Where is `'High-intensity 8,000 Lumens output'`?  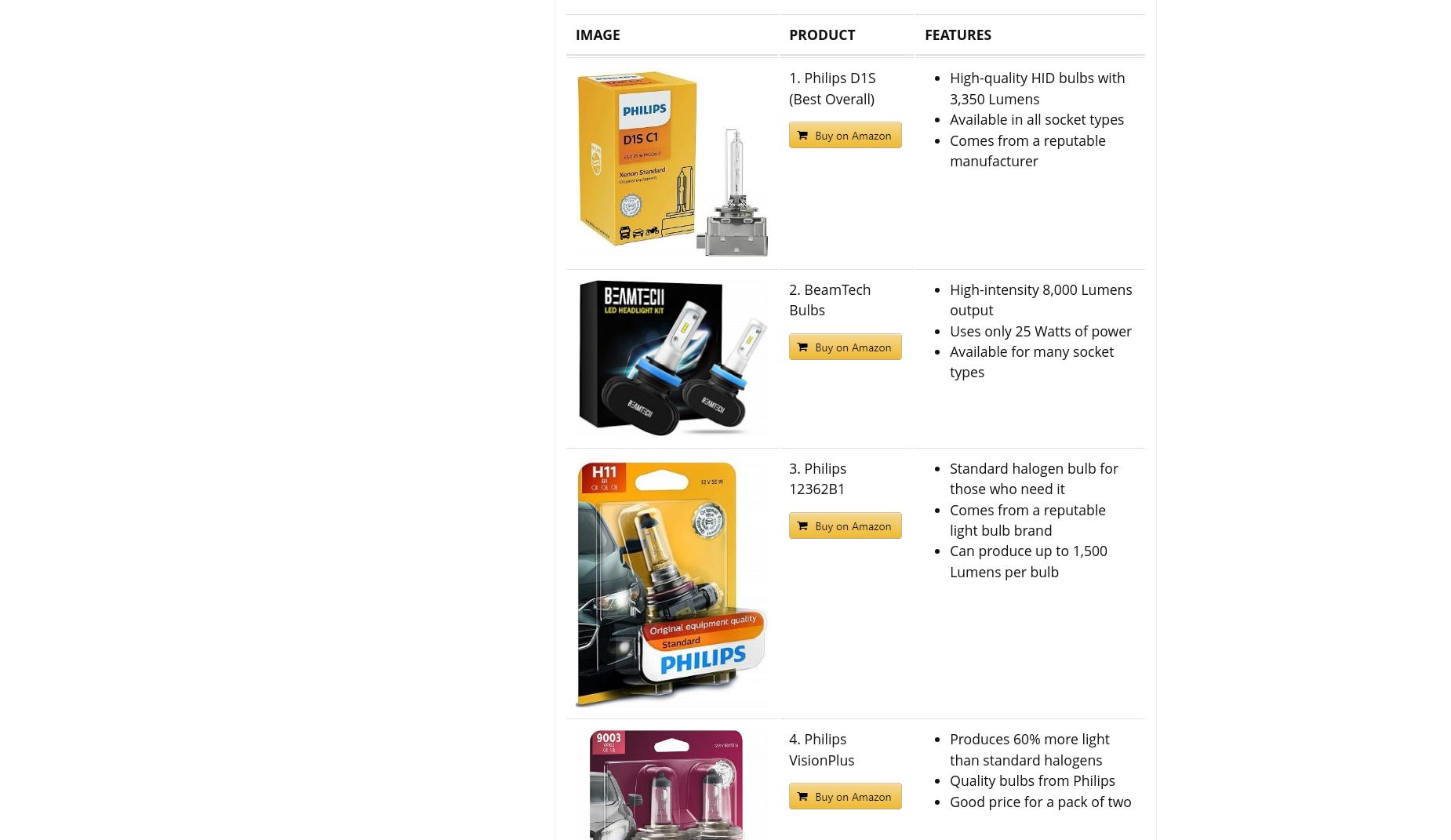
'High-intensity 8,000 Lumens output' is located at coordinates (949, 298).